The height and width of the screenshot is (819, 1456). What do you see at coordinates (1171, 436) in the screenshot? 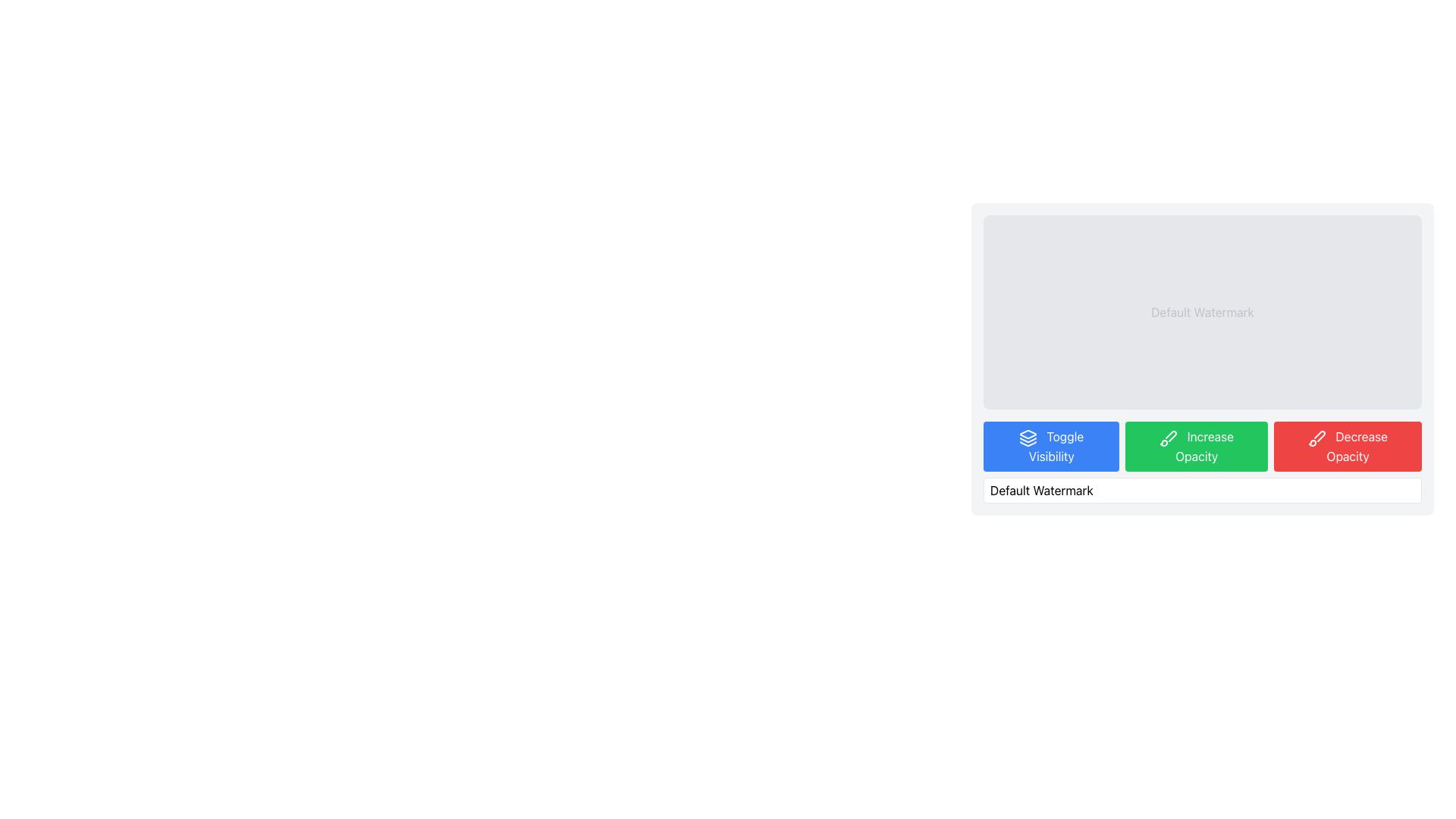
I see `the visual icon located to the right of the green button labeled 'Increase Opacity' in the bottom row of buttons` at bounding box center [1171, 436].